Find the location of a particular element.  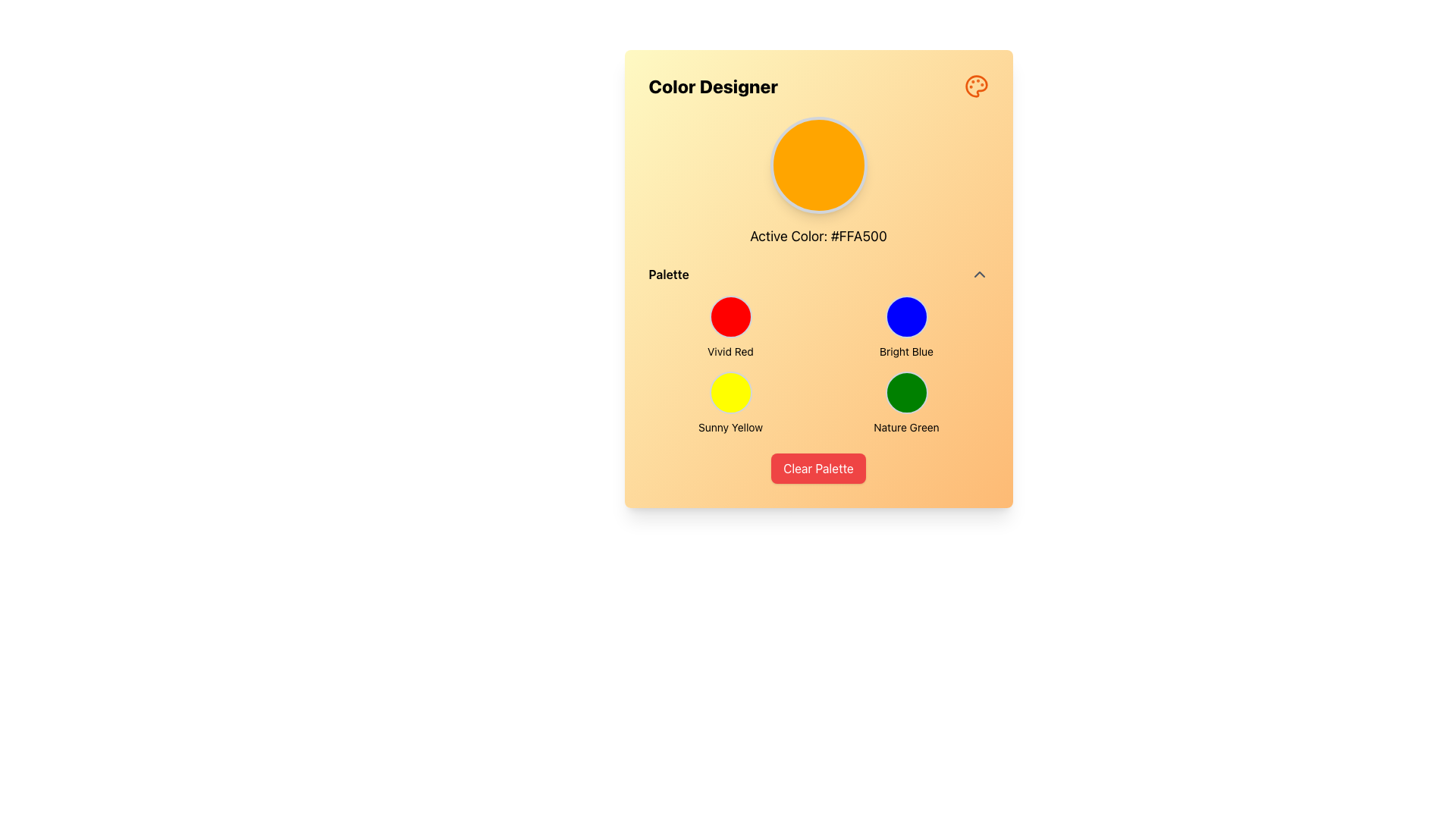

the central and largest graphical vector element of the painter's palette icon located at the upper-right corner of the 'Color Designer' section is located at coordinates (976, 86).